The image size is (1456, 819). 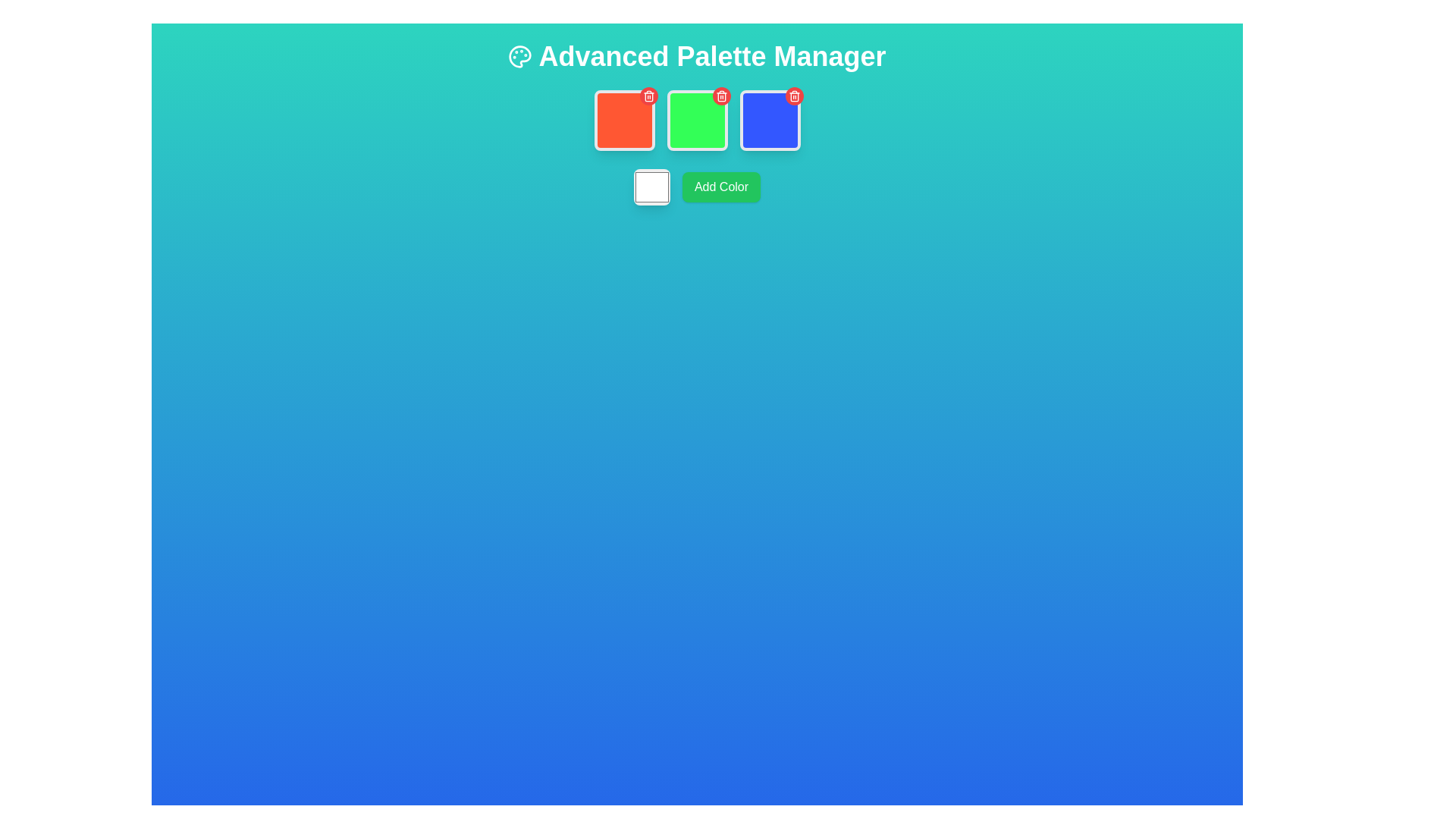 What do you see at coordinates (648, 96) in the screenshot?
I see `the delete button located at the top-right corner of the red-colored square to change its appearance` at bounding box center [648, 96].